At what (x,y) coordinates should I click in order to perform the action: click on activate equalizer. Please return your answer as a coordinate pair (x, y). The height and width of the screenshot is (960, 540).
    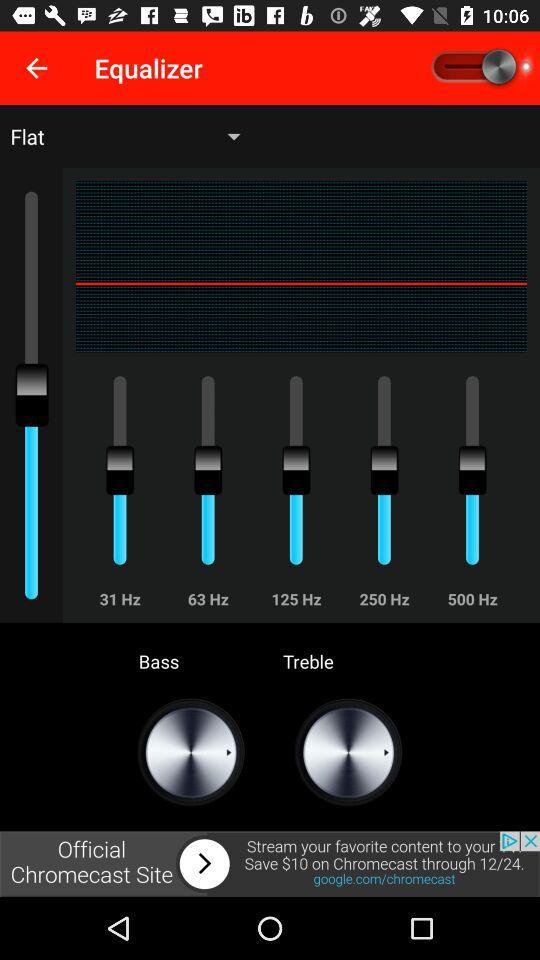
    Looking at the image, I should click on (479, 68).